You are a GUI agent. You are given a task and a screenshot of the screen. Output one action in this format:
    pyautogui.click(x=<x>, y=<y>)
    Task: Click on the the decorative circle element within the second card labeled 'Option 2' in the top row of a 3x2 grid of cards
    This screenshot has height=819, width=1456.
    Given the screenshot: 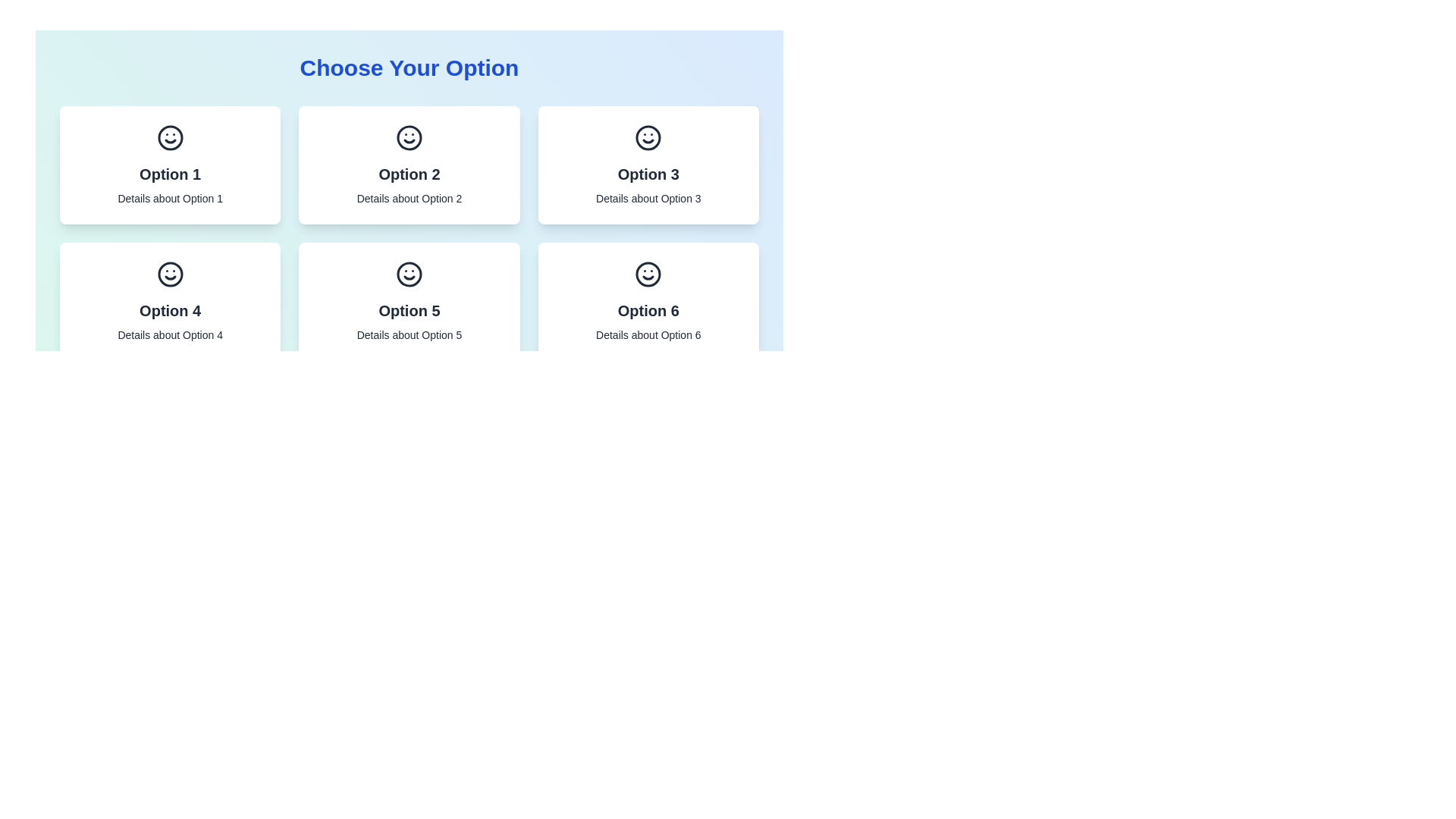 What is the action you would take?
    pyautogui.click(x=409, y=137)
    